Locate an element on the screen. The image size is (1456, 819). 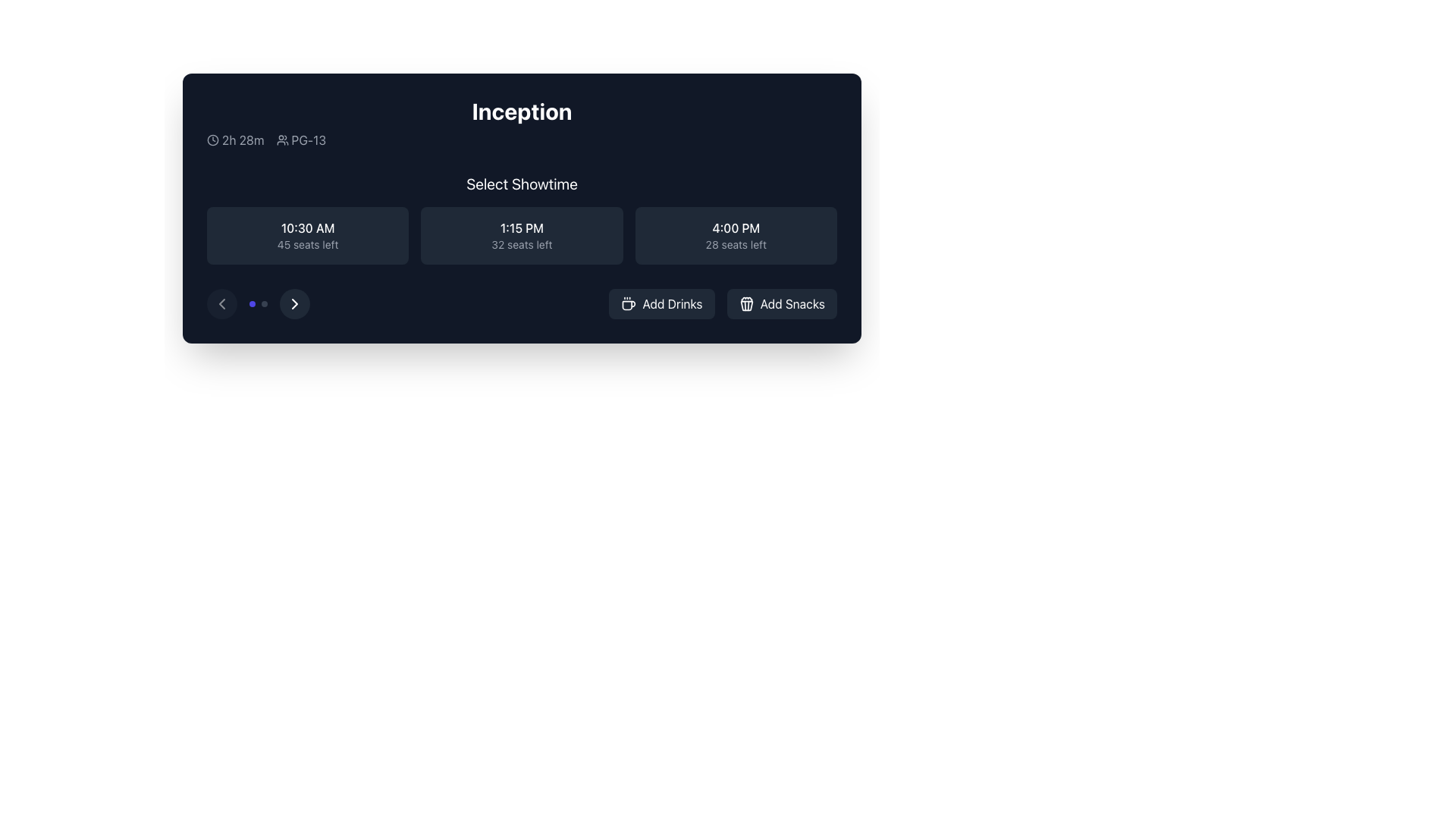
the 'Add Drinks' button in the Grouped Buttons section located near the bottom-right of the movie information card is located at coordinates (722, 304).